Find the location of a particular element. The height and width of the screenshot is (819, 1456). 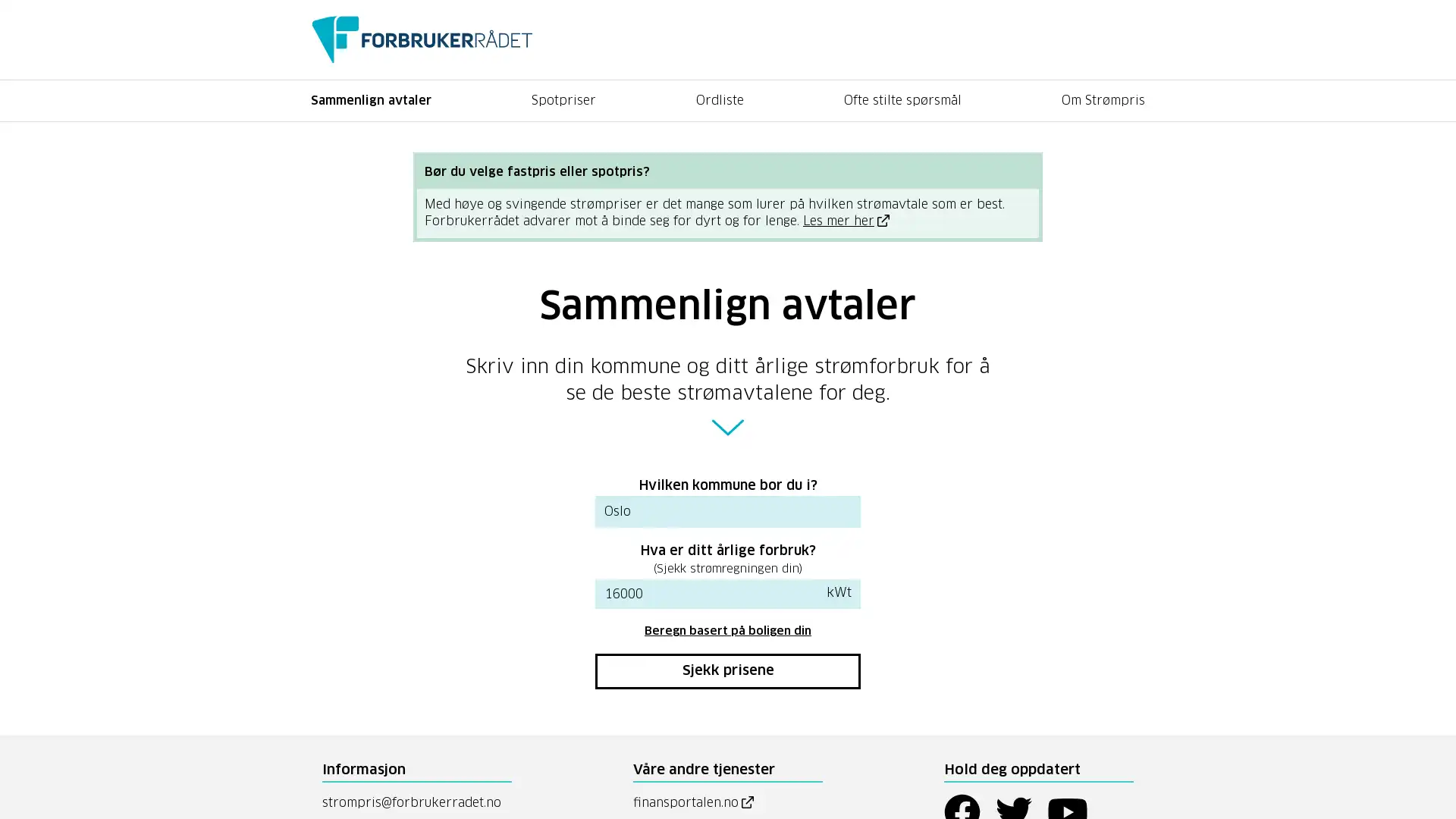

Beregn basert pa boligen din is located at coordinates (728, 630).